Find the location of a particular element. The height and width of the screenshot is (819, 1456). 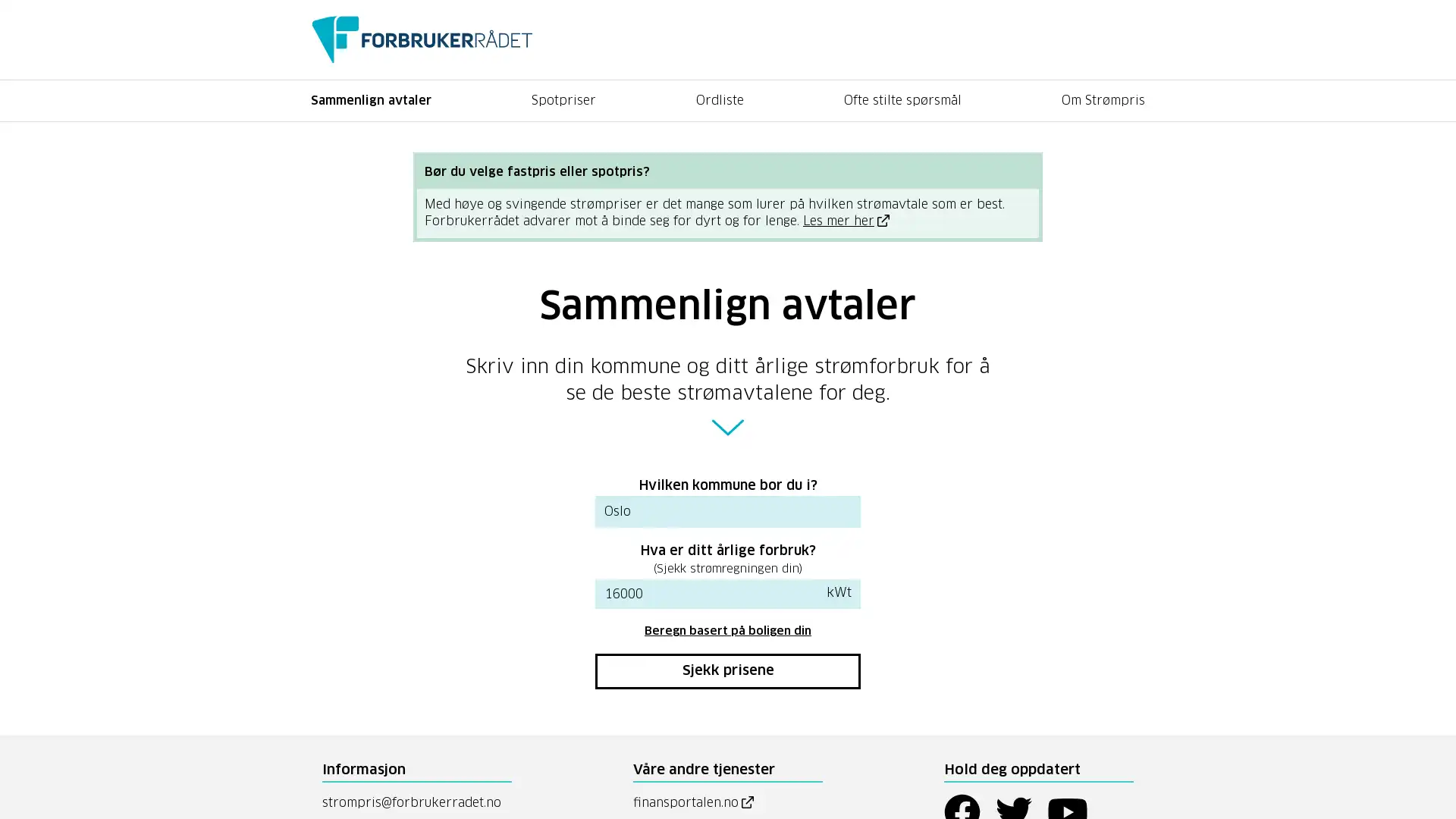

Beregn basert pa boligen din is located at coordinates (728, 630).